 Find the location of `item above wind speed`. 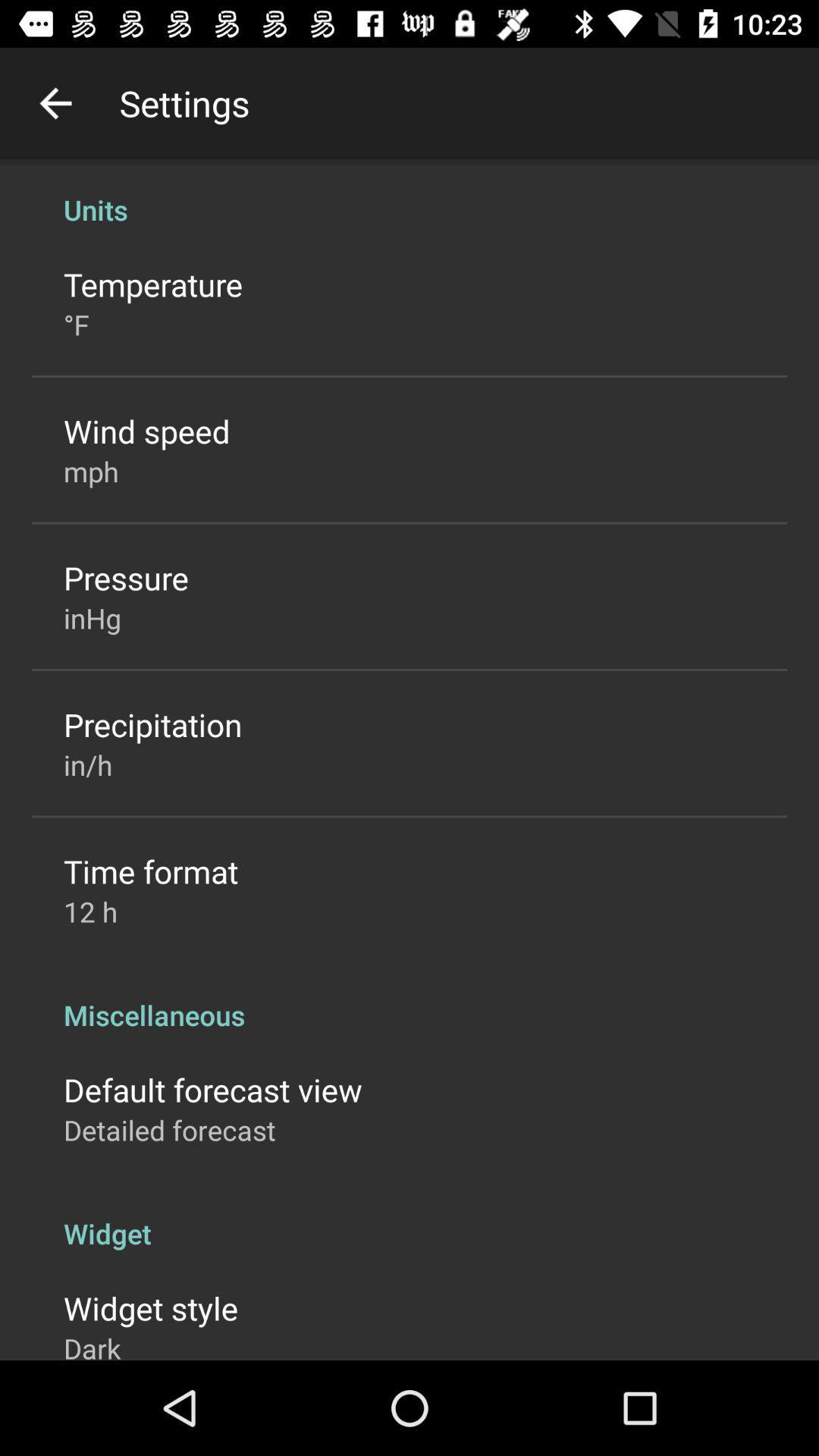

item above wind speed is located at coordinates (76, 324).